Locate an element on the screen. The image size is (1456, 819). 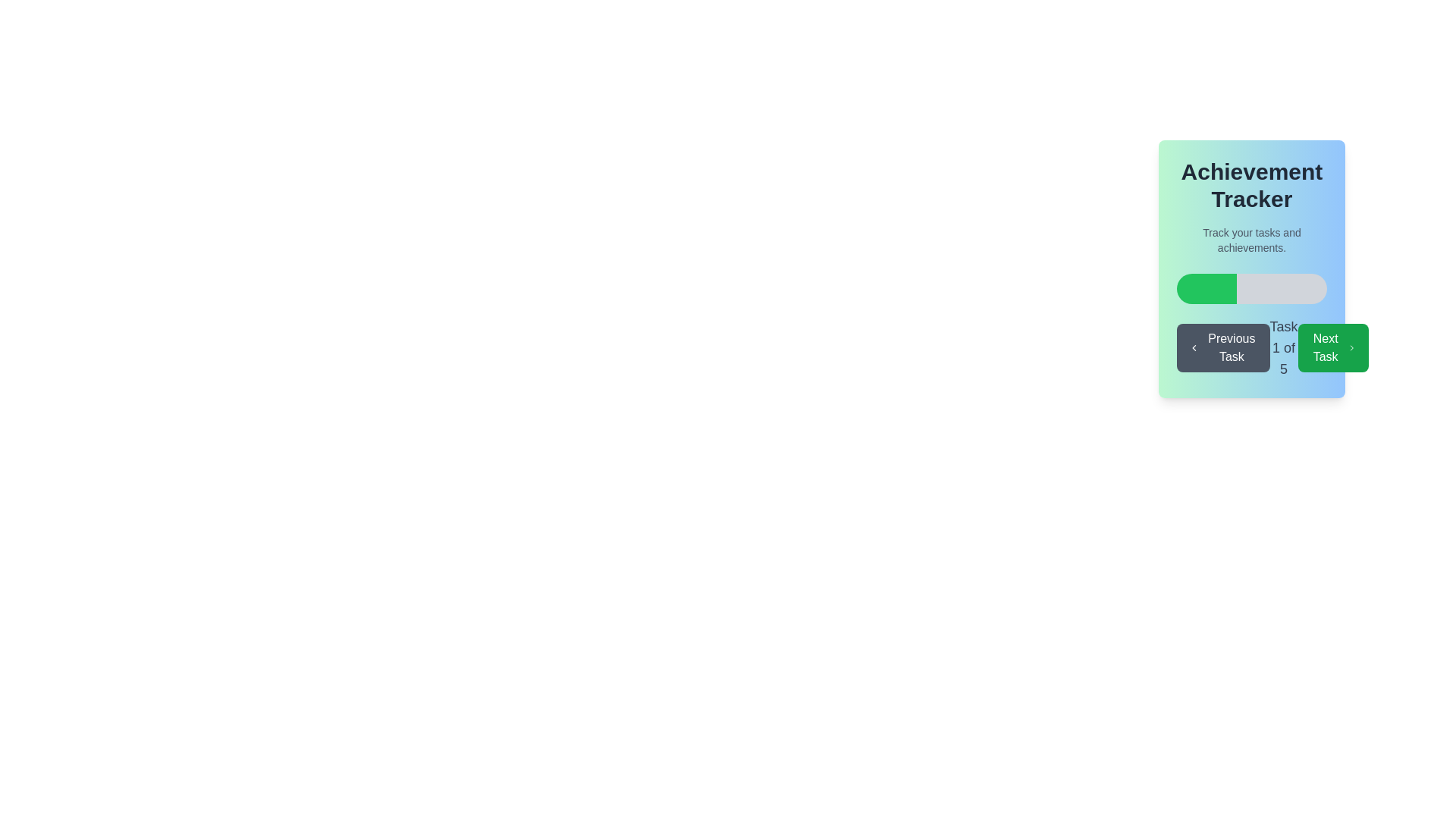
the Rightward Chevron Icon located within the green 'Next Task' button at the bottom-right corner of the 'Achievement Tracker' card is located at coordinates (1351, 348).